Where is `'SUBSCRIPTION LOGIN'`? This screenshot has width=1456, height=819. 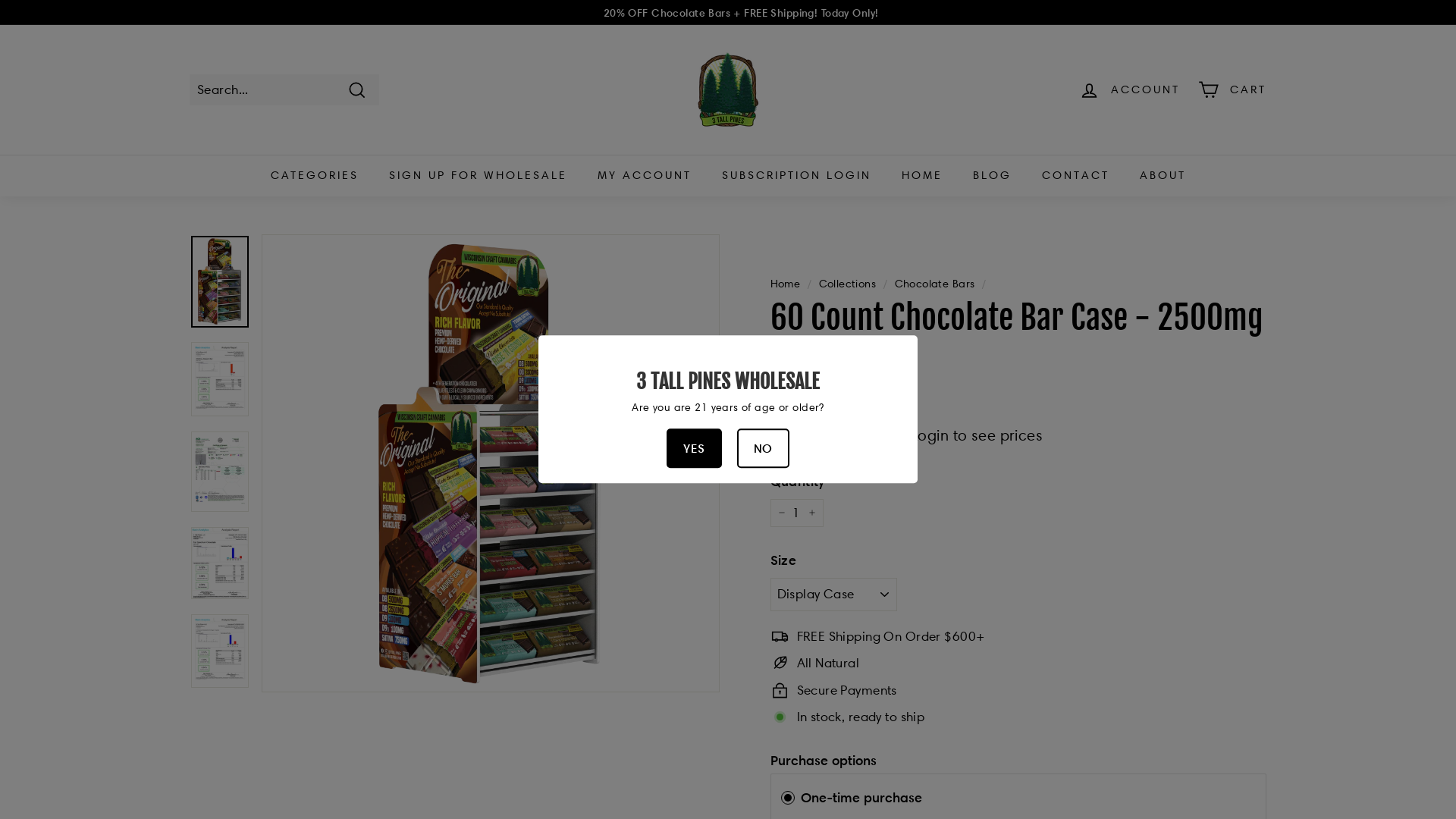 'SUBSCRIPTION LOGIN' is located at coordinates (795, 174).